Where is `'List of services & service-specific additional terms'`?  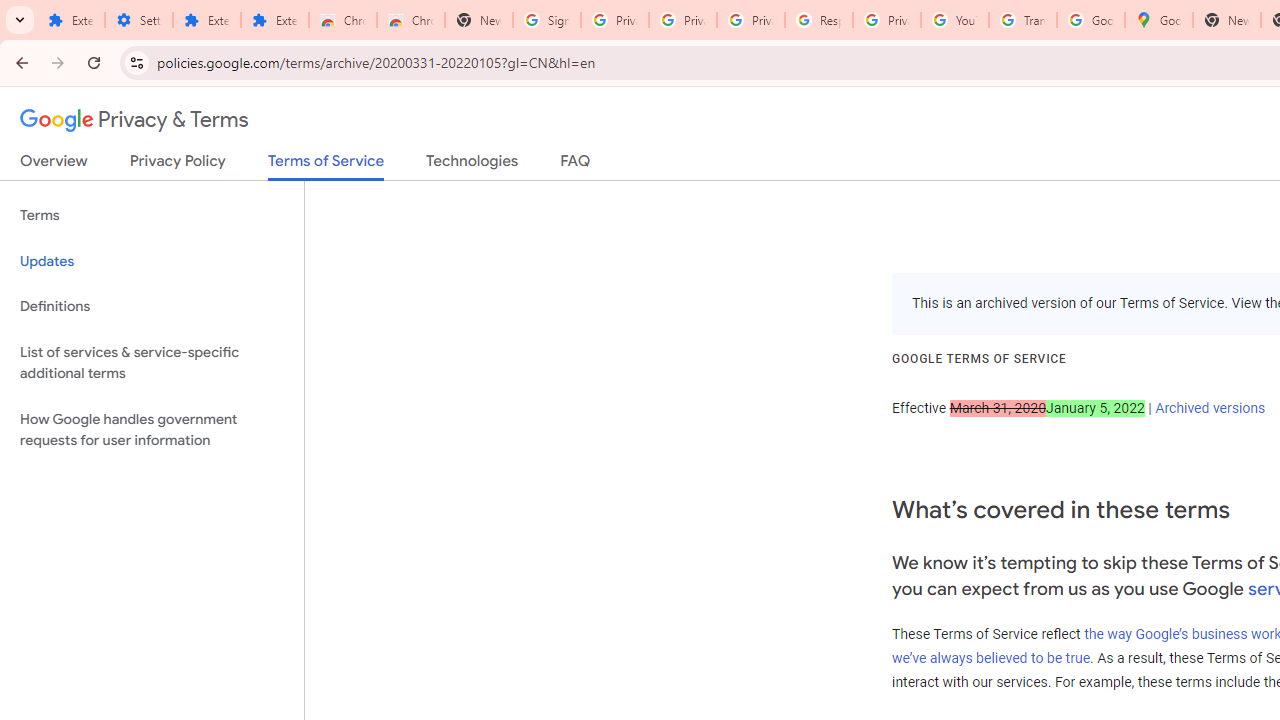 'List of services & service-specific additional terms' is located at coordinates (151, 362).